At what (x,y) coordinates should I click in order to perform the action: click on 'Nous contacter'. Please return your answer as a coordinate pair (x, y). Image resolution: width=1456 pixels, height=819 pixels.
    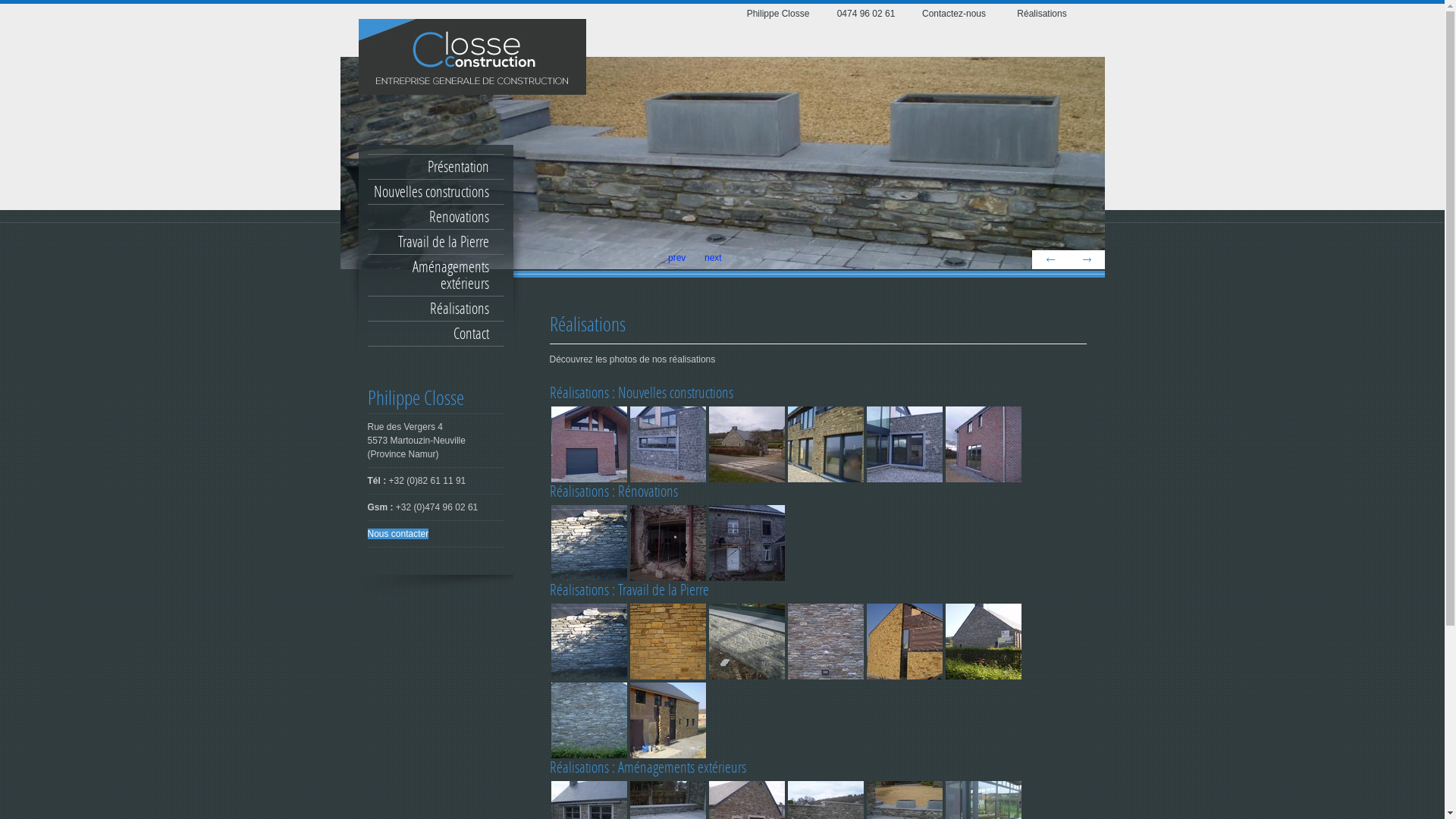
    Looking at the image, I should click on (397, 533).